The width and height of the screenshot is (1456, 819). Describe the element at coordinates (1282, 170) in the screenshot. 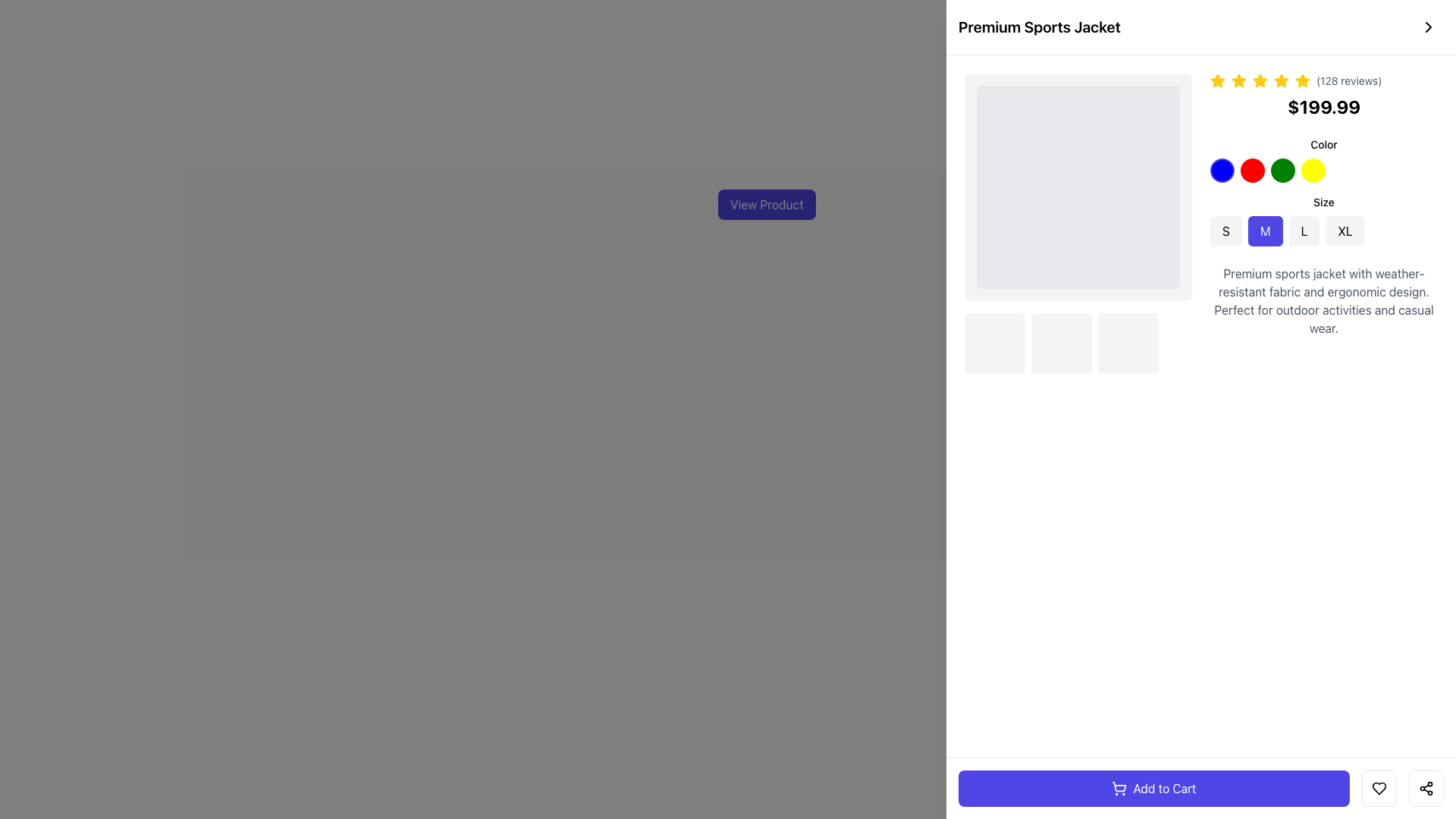

I see `the third circular button from the left in the color selection options` at that location.